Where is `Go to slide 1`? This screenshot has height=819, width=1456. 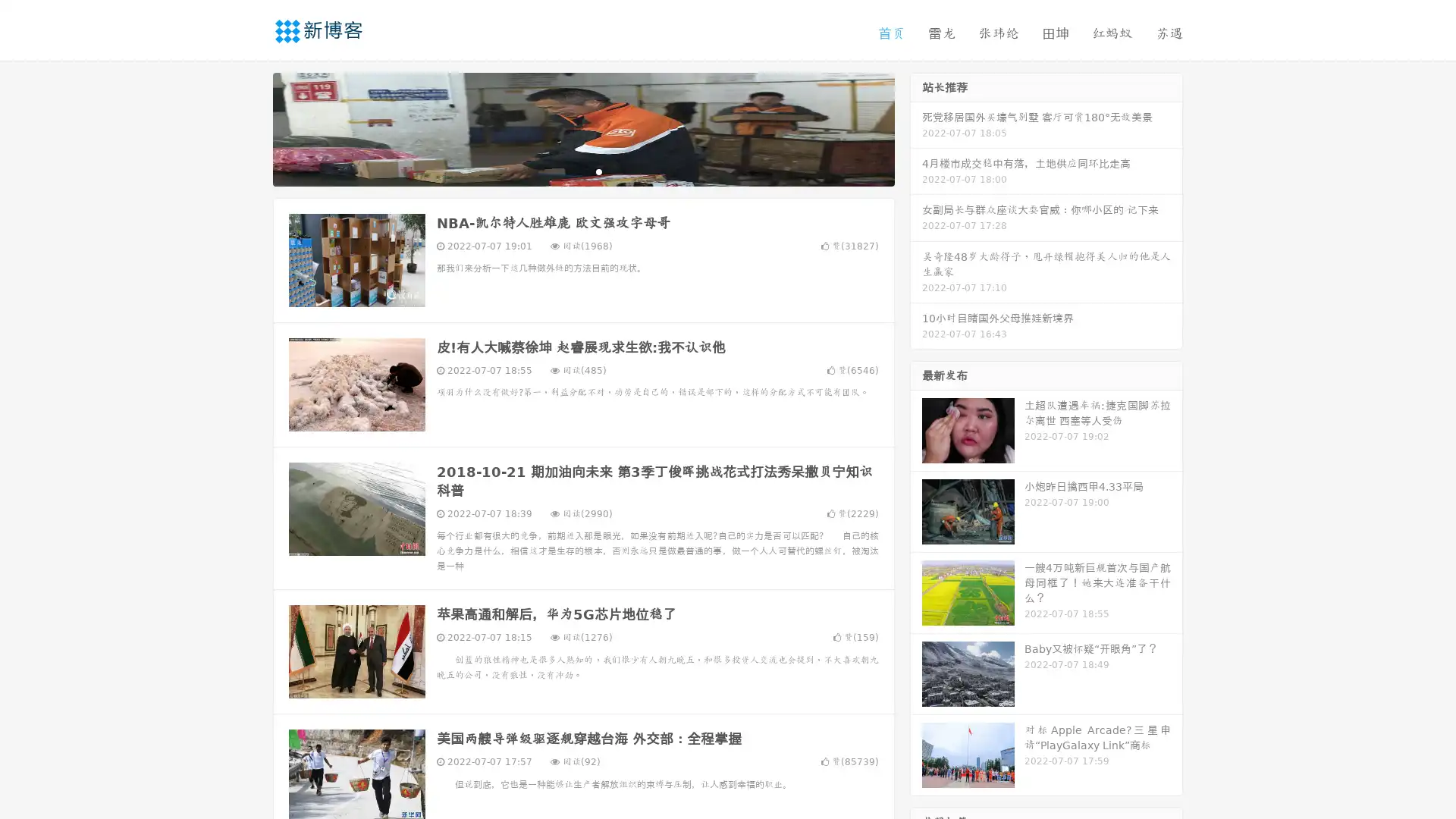
Go to slide 1 is located at coordinates (567, 171).